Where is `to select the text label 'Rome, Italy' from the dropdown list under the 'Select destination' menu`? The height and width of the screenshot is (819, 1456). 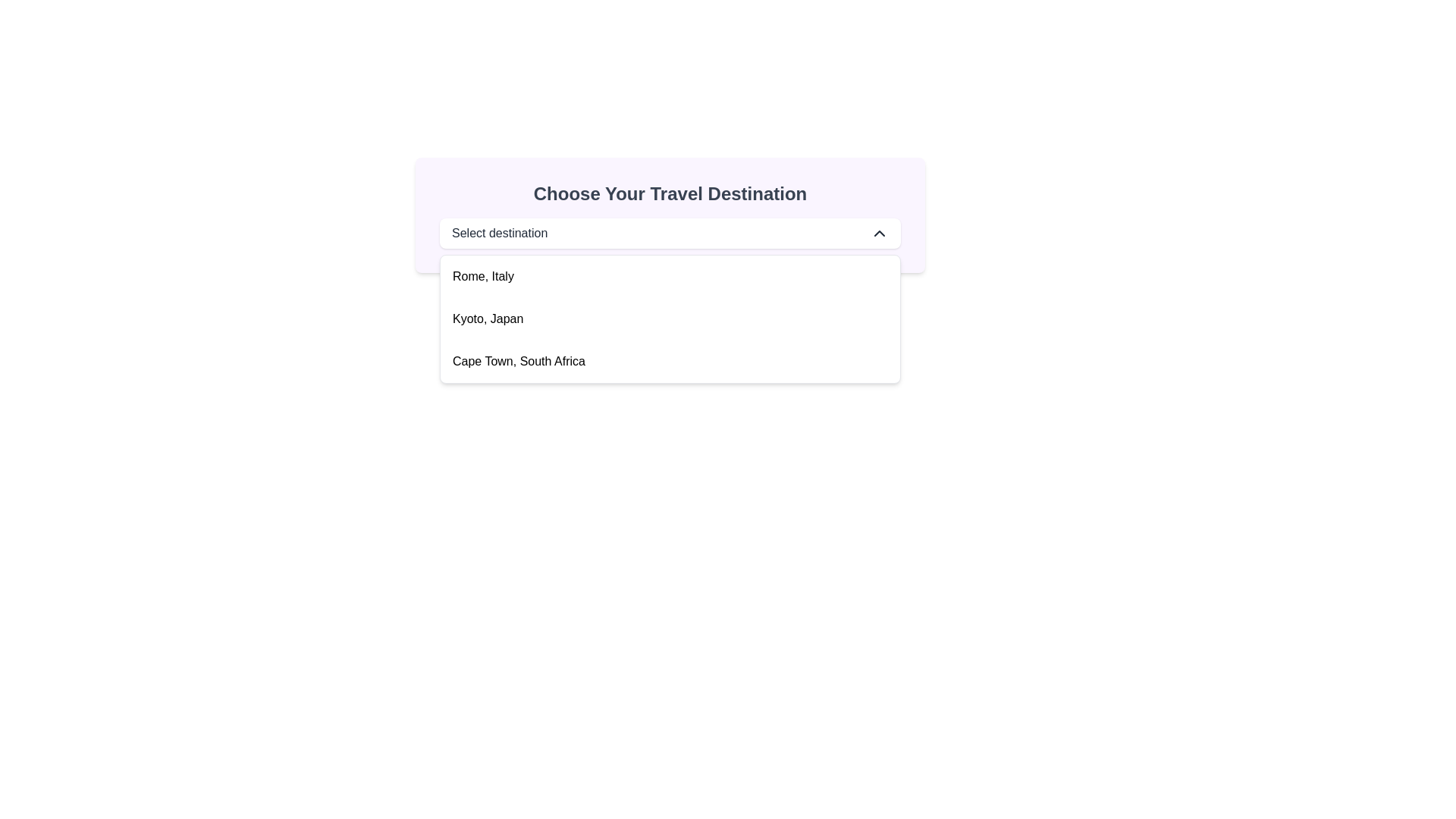
to select the text label 'Rome, Italy' from the dropdown list under the 'Select destination' menu is located at coordinates (482, 277).